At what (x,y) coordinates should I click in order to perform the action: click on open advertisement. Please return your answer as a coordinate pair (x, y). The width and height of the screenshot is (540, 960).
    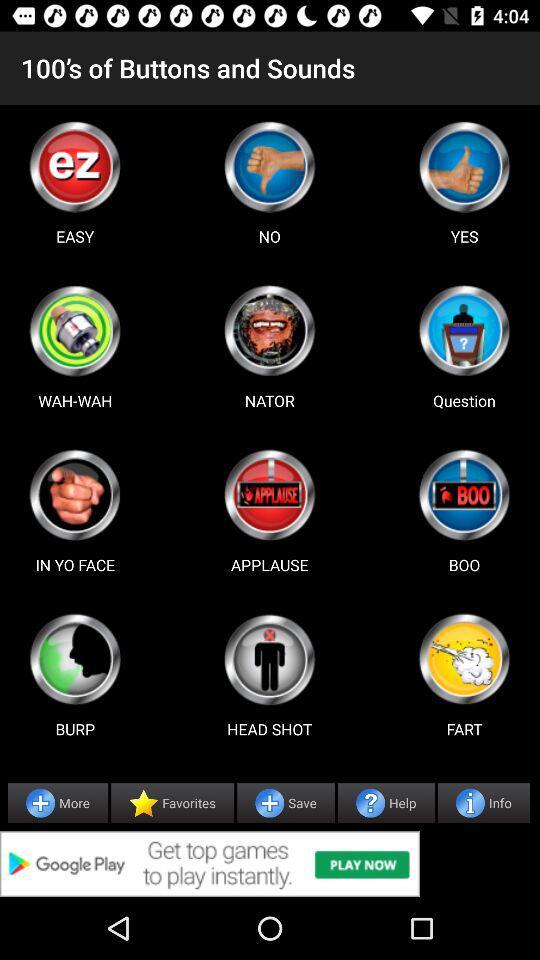
    Looking at the image, I should click on (270, 863).